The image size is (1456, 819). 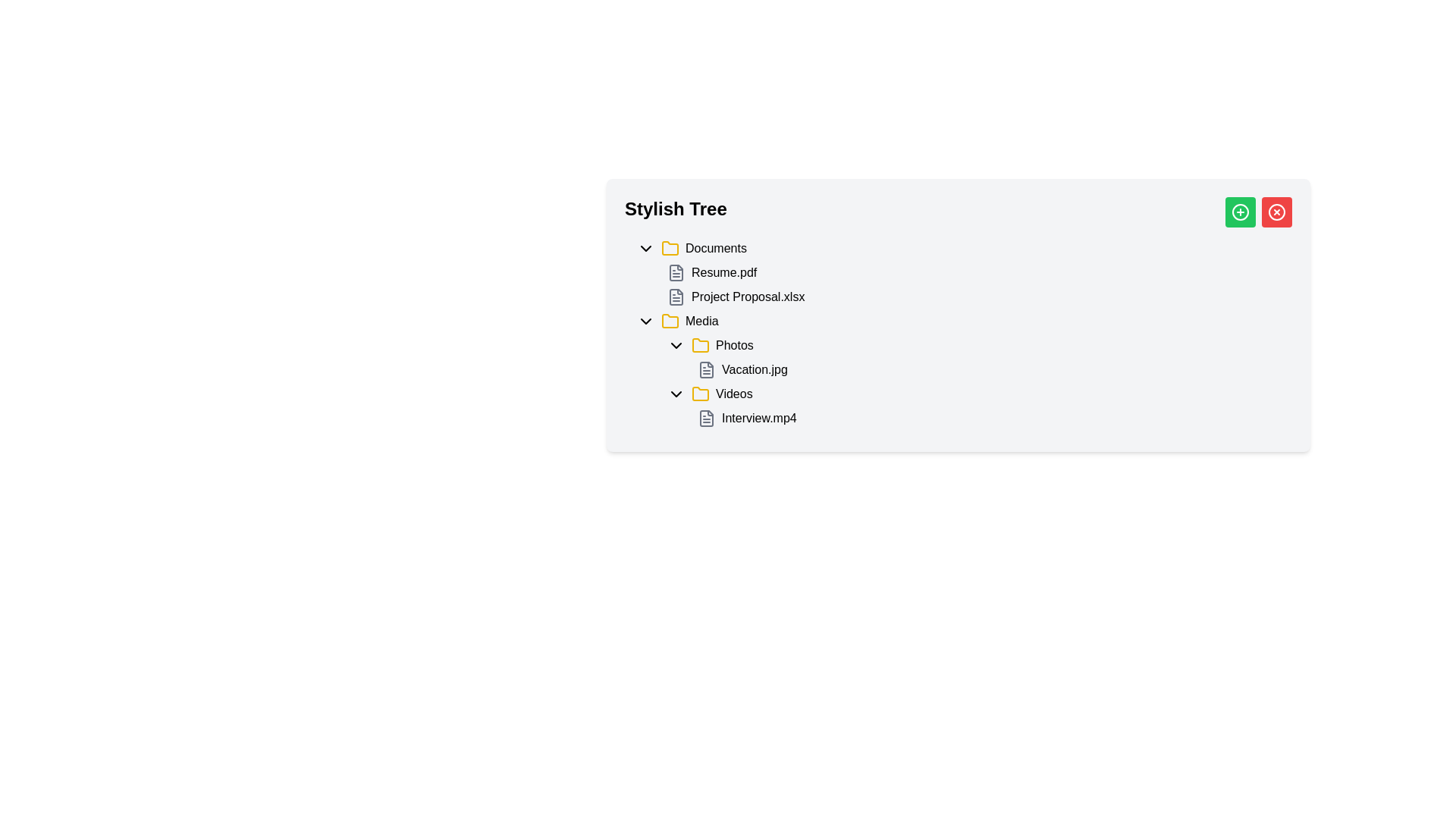 I want to click on on the text label 'Documents' located, so click(x=715, y=247).